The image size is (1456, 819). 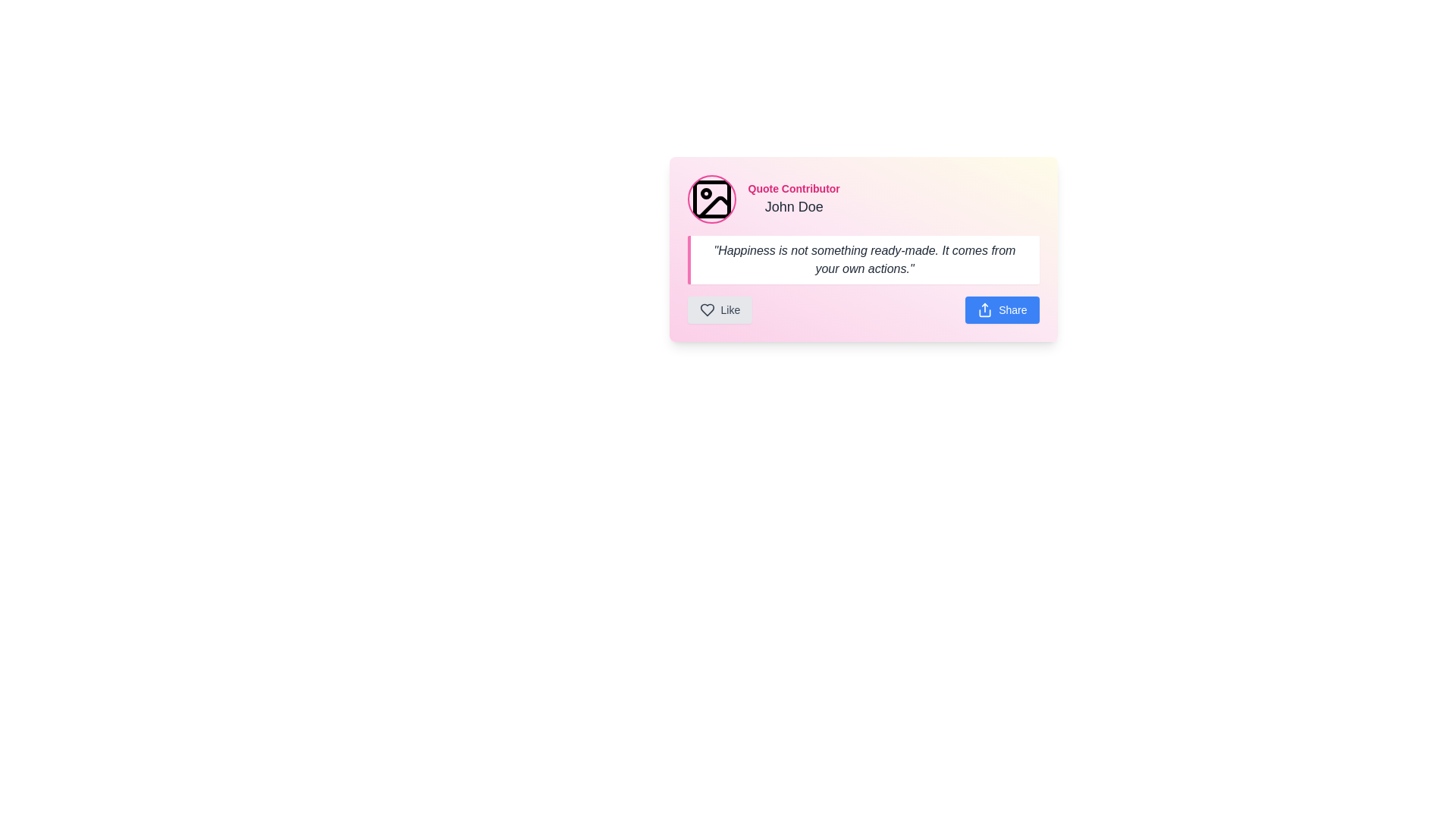 I want to click on the heart-shaped icon that is part of the 'Like' button, which is positioned on the left side of the button, so click(x=706, y=309).